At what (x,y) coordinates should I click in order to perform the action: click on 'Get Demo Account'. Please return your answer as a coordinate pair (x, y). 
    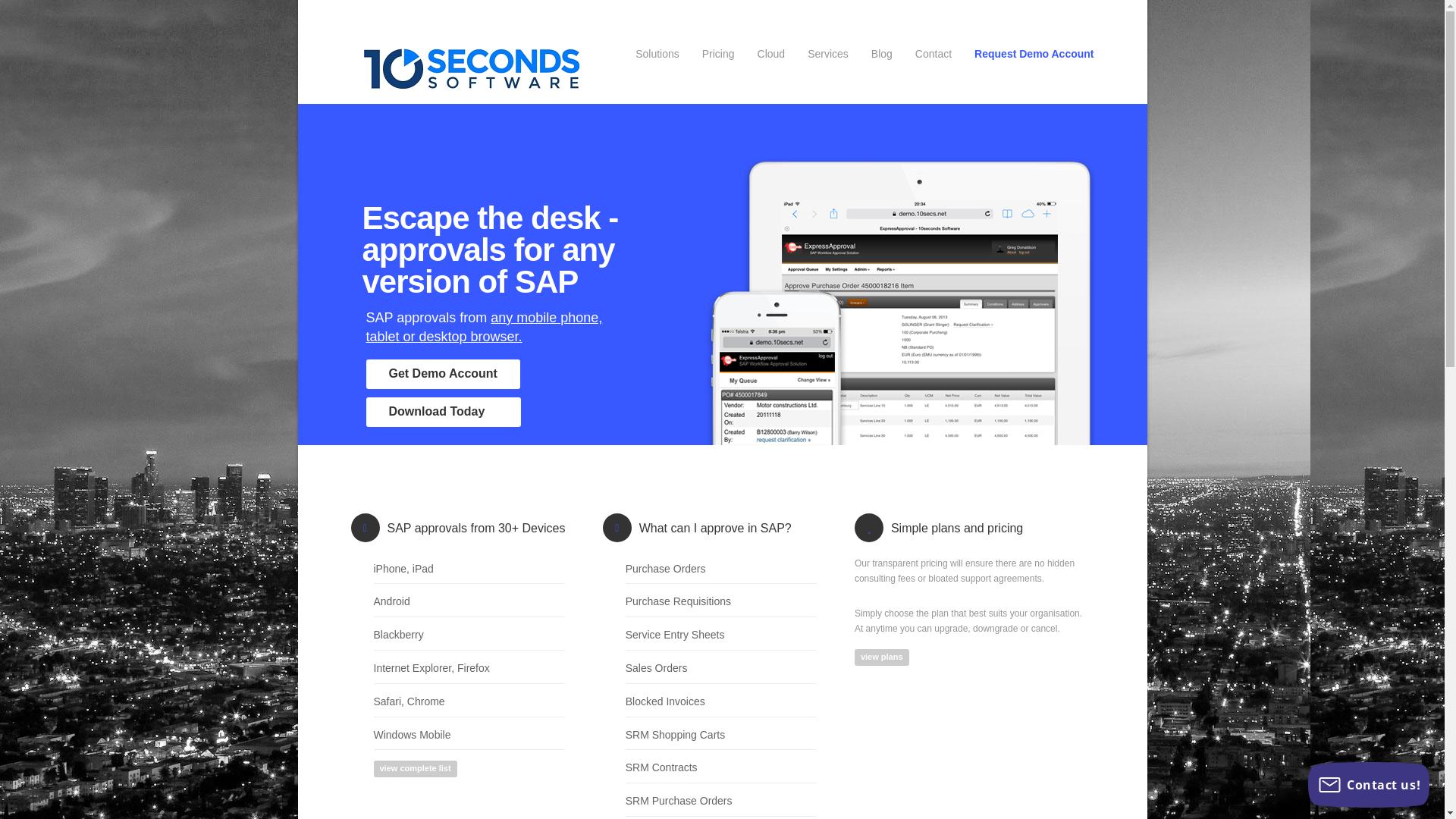
    Looking at the image, I should click on (365, 374).